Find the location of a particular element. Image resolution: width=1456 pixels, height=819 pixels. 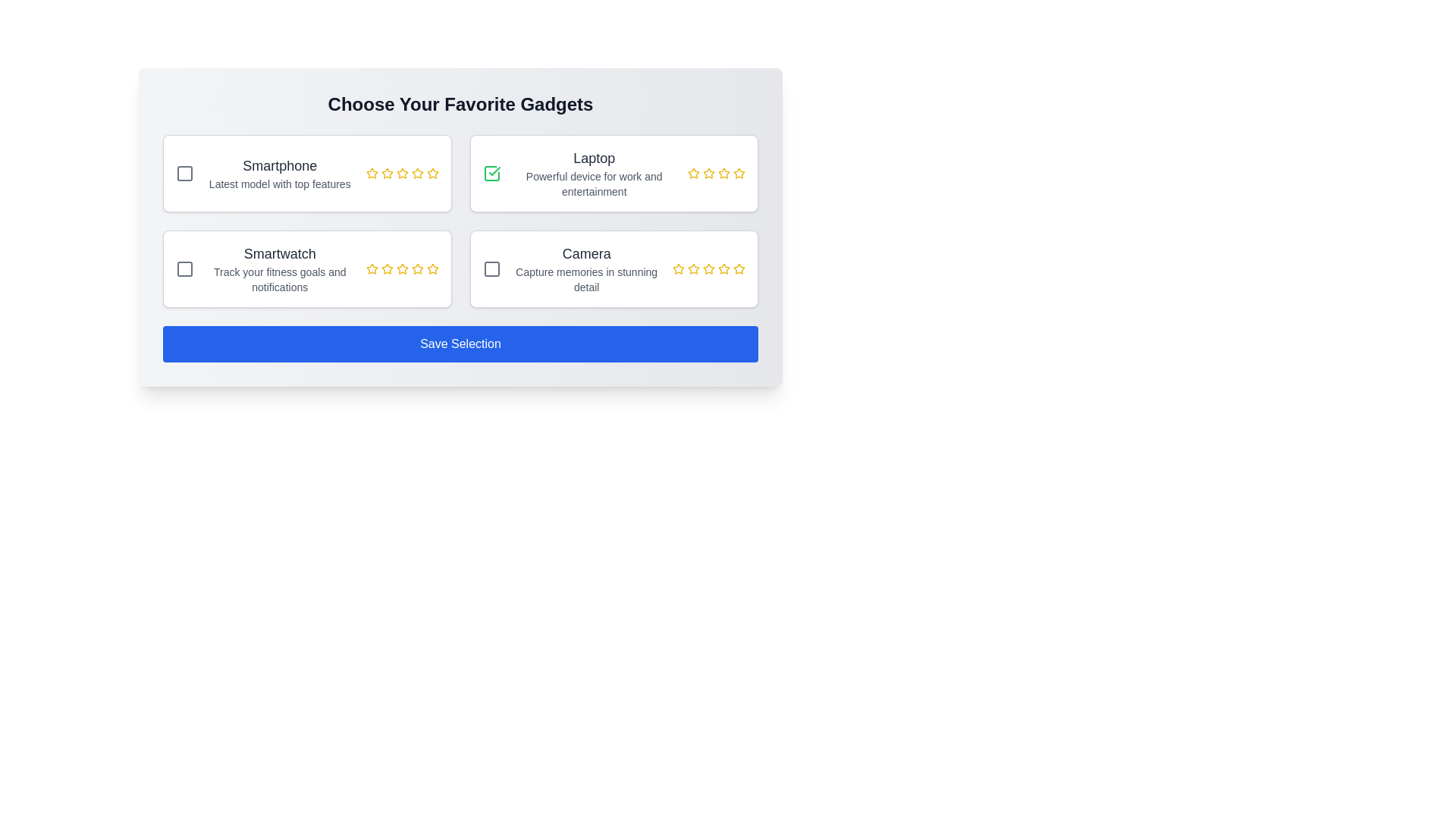

the checkbox indicator for the 'Camera' option is located at coordinates (491, 268).